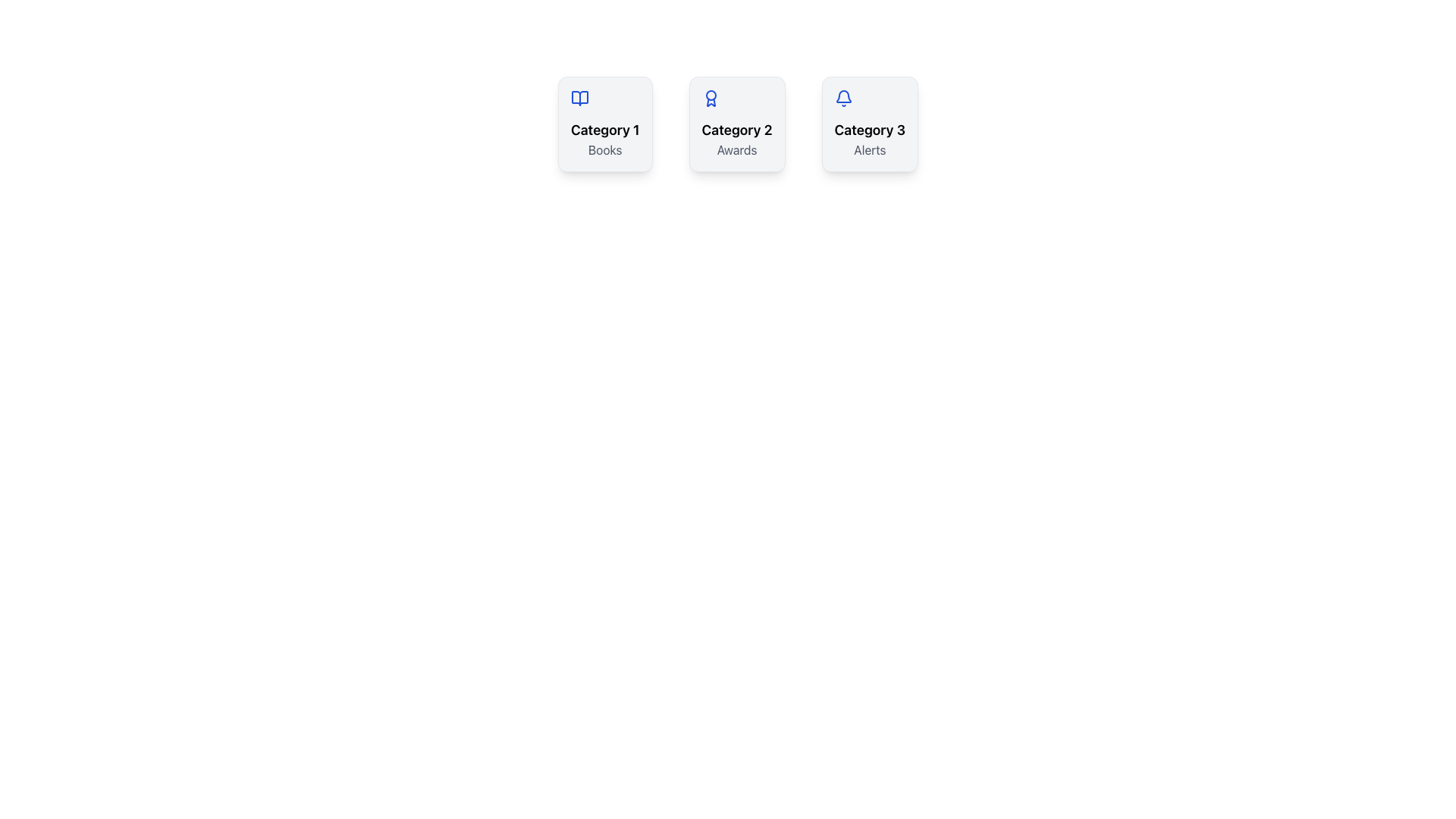  What do you see at coordinates (579, 99) in the screenshot?
I see `the SVG open book icon element, which is the first item in the row of category icons, positioned above the 'Category 1 Books' label` at bounding box center [579, 99].